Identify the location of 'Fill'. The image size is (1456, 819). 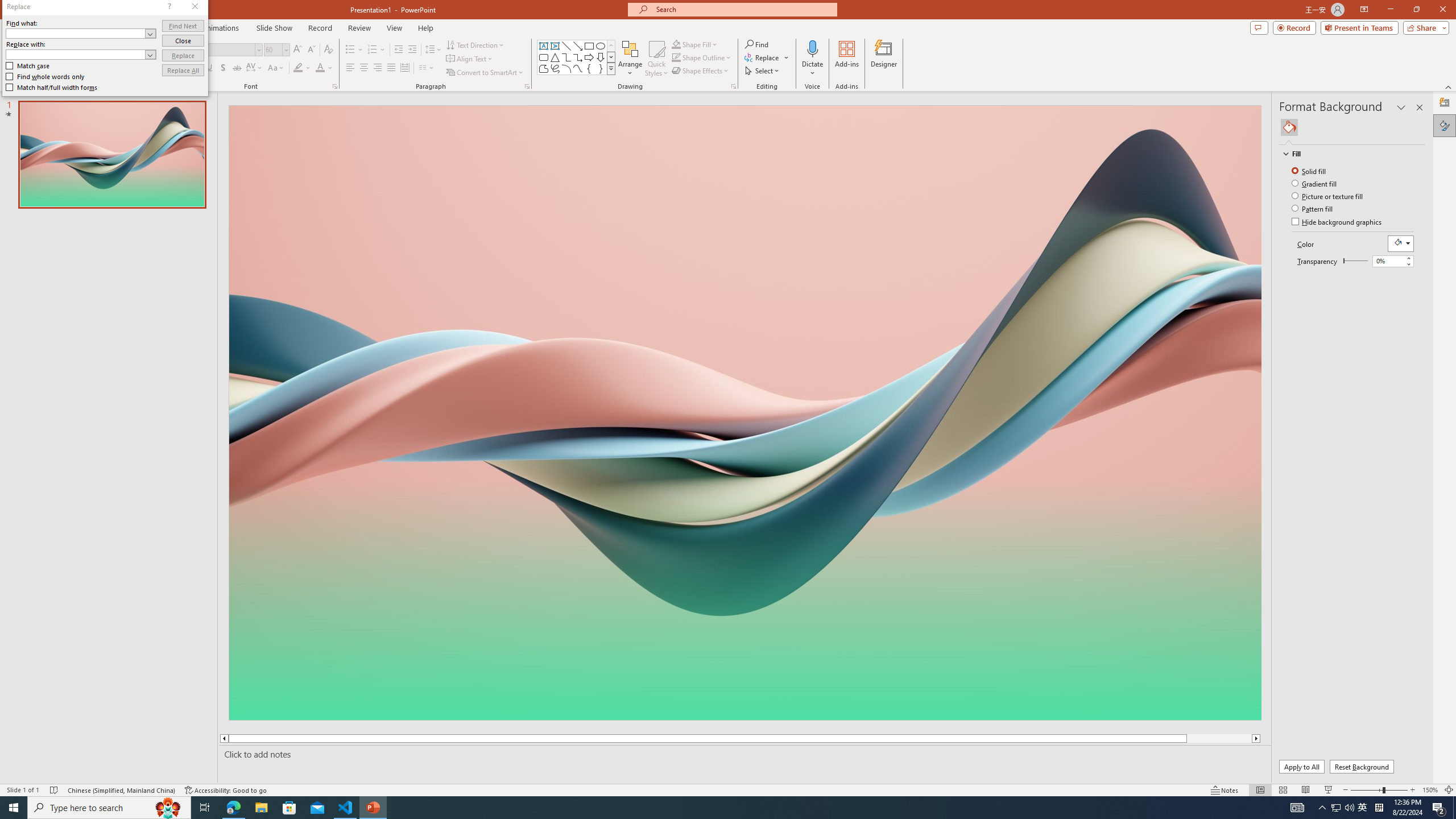
(1347, 153).